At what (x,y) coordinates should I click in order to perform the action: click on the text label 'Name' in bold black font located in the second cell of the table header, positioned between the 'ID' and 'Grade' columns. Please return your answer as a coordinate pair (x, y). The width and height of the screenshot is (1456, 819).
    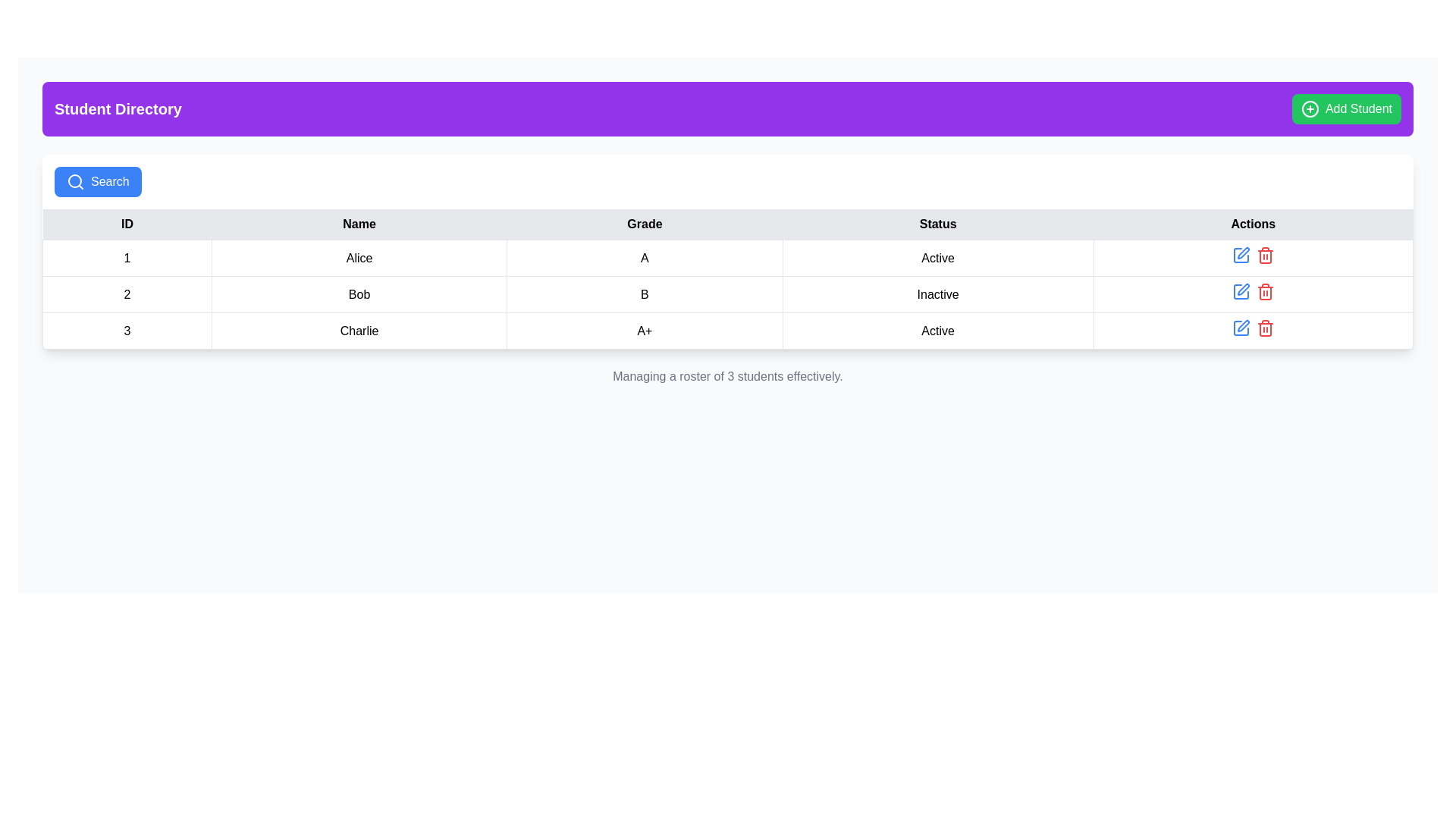
    Looking at the image, I should click on (359, 224).